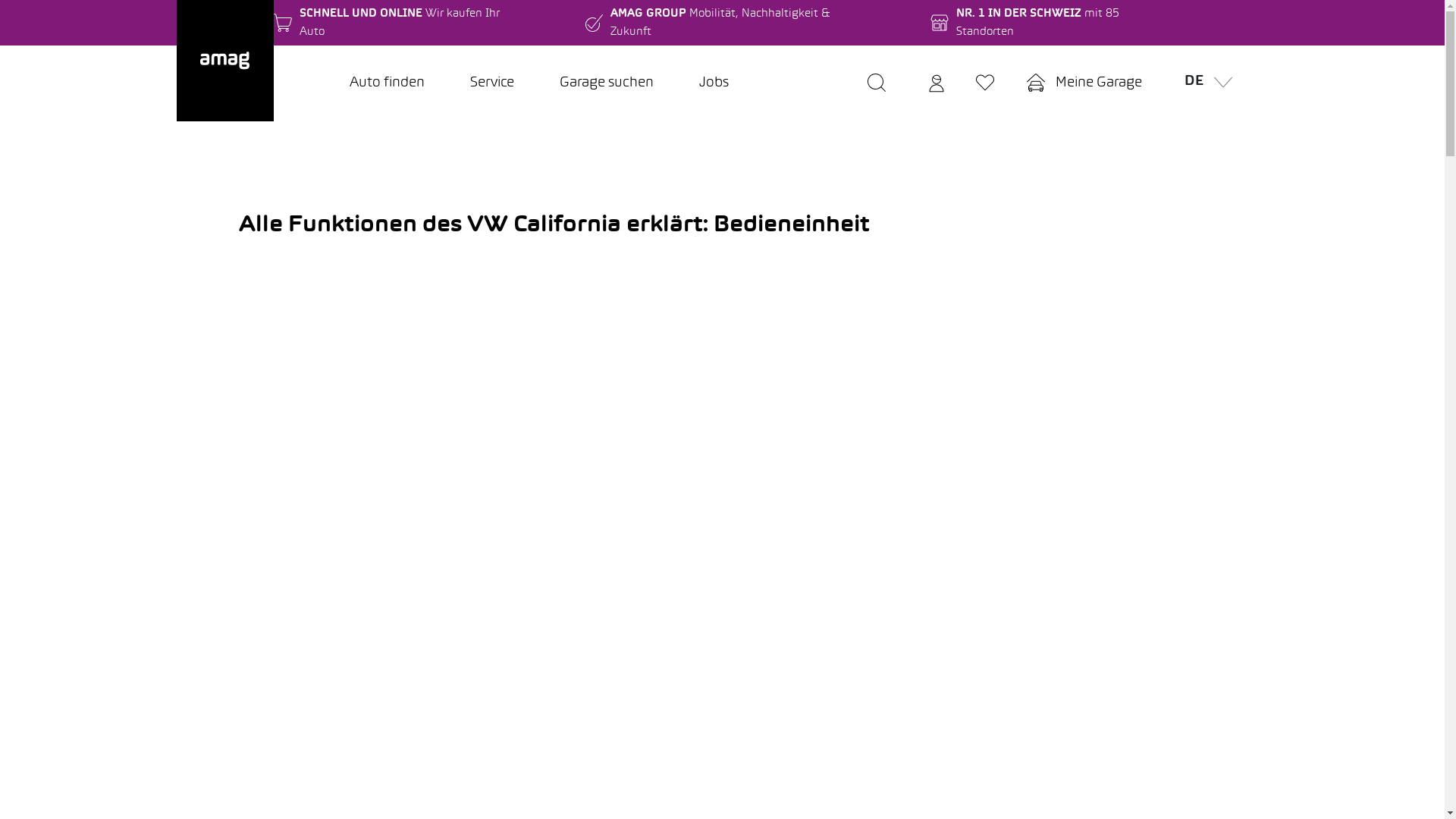  Describe the element at coordinates (713, 83) in the screenshot. I see `'Jobs'` at that location.